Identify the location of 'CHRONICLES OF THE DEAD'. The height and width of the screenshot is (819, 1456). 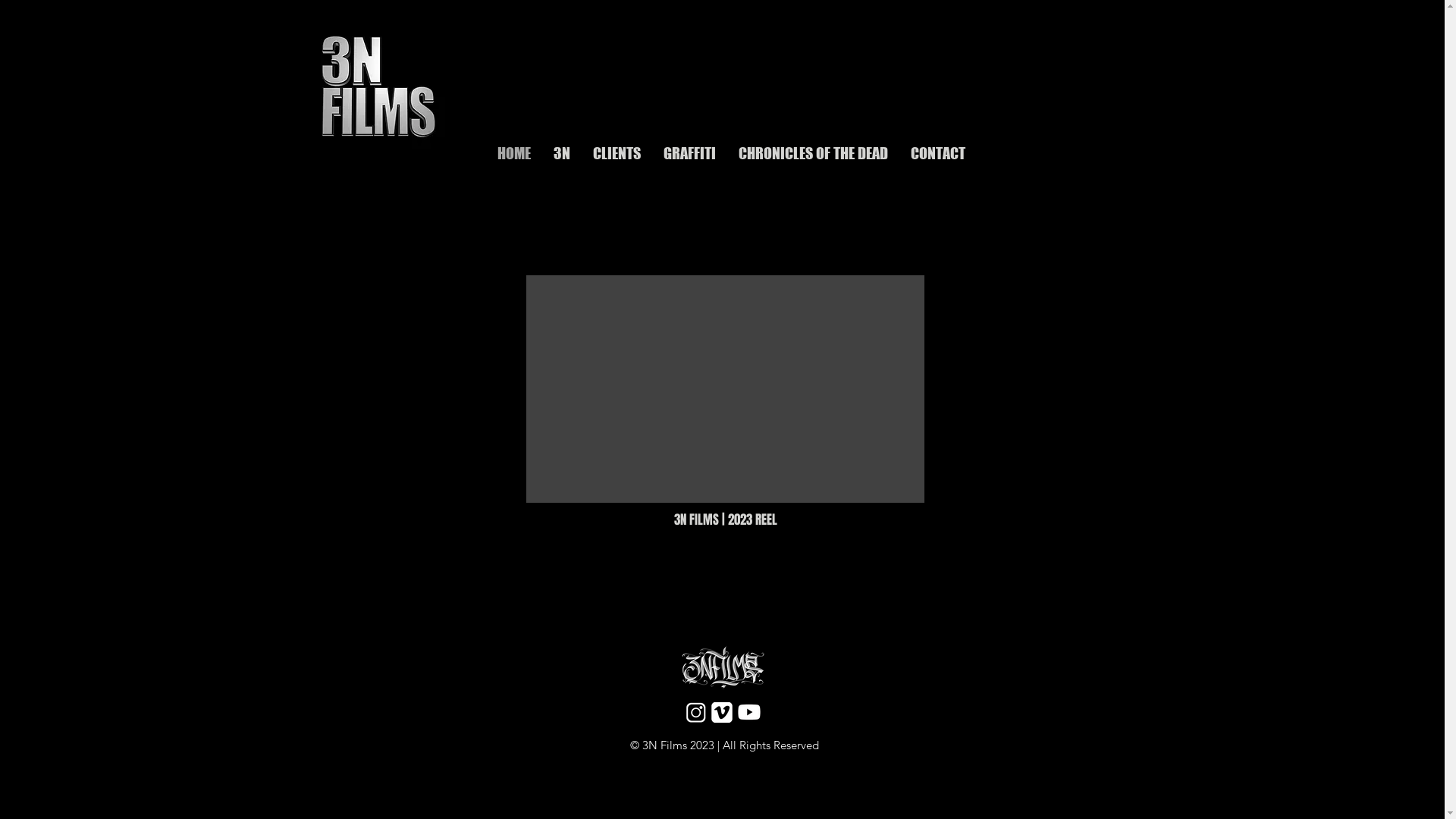
(811, 151).